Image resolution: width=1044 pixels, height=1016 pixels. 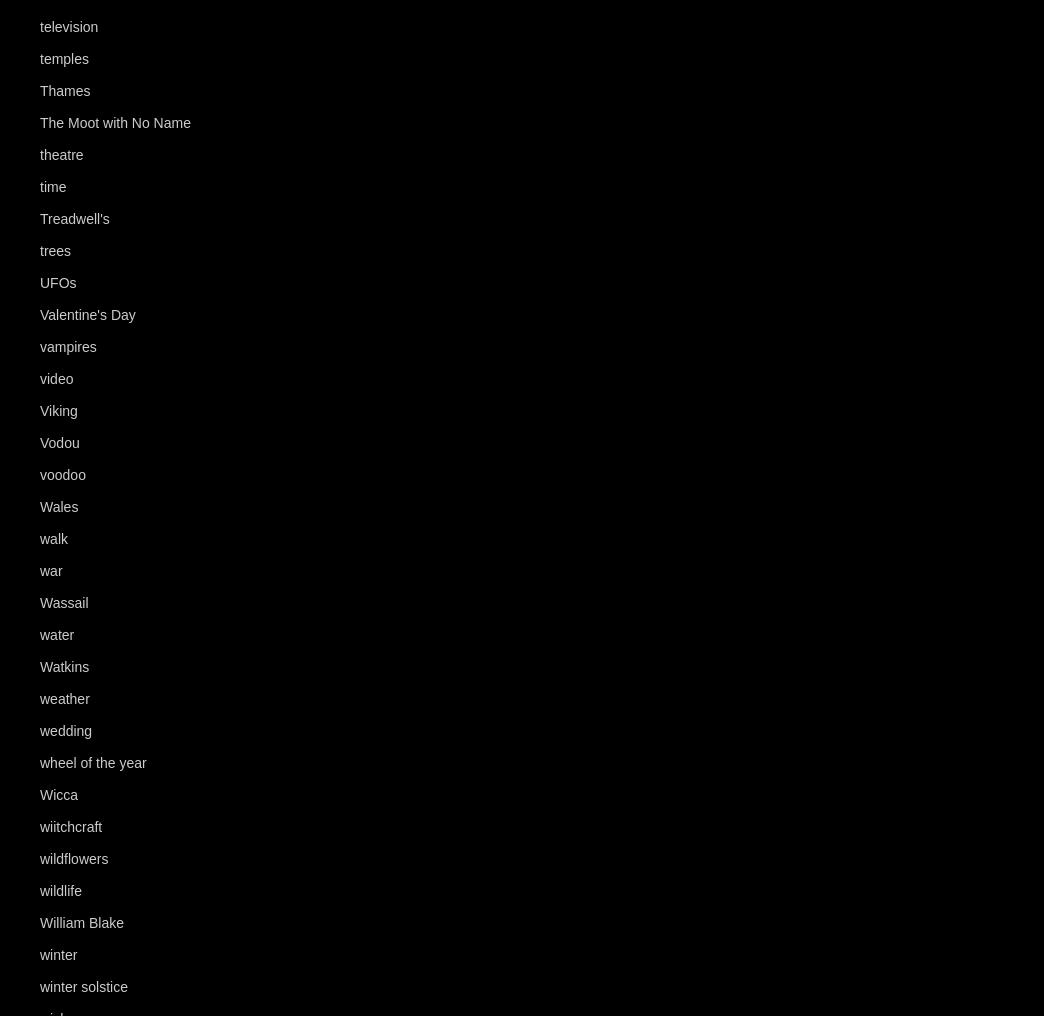 What do you see at coordinates (57, 794) in the screenshot?
I see `'Wicca'` at bounding box center [57, 794].